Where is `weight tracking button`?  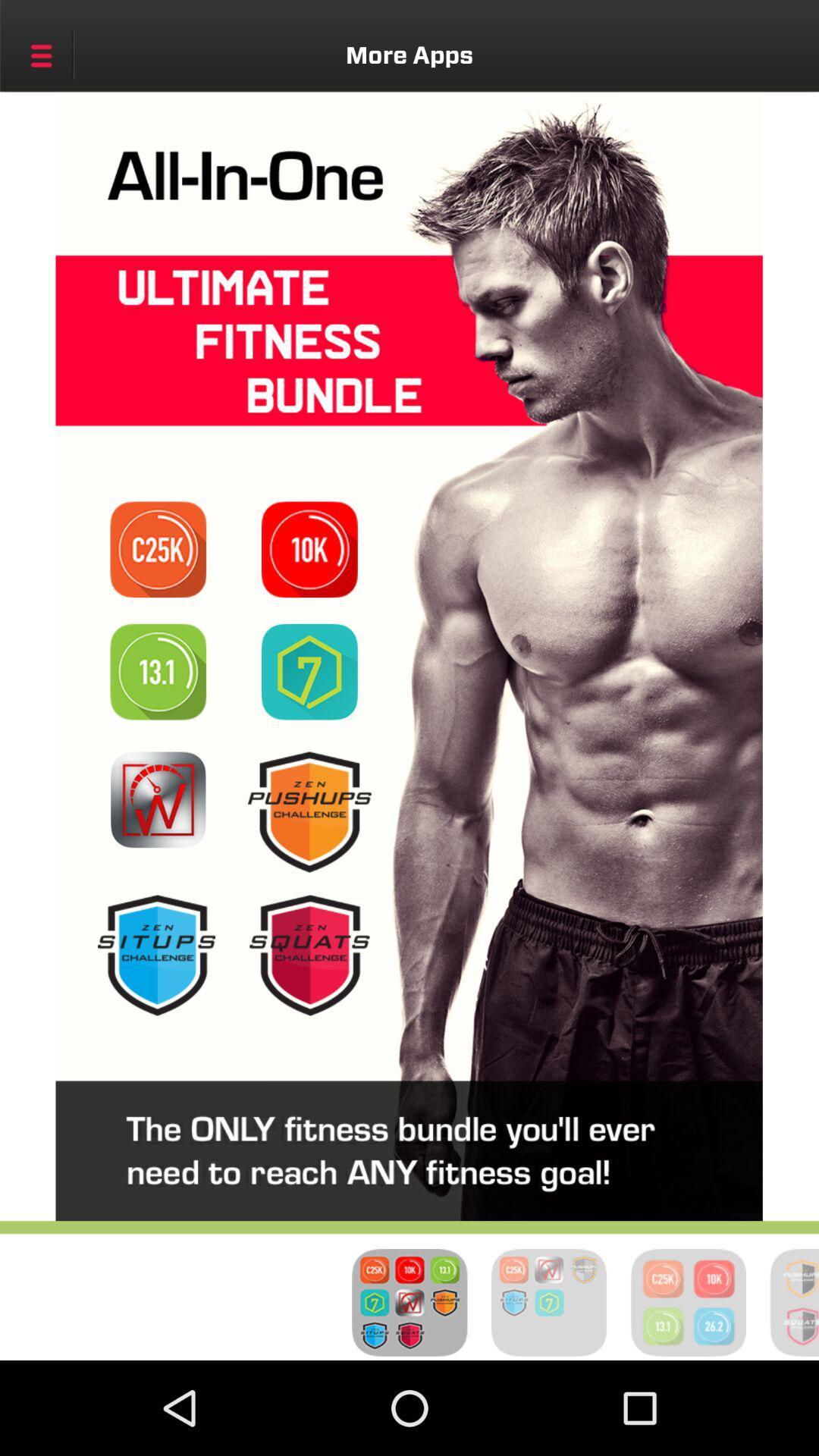
weight tracking button is located at coordinates (158, 799).